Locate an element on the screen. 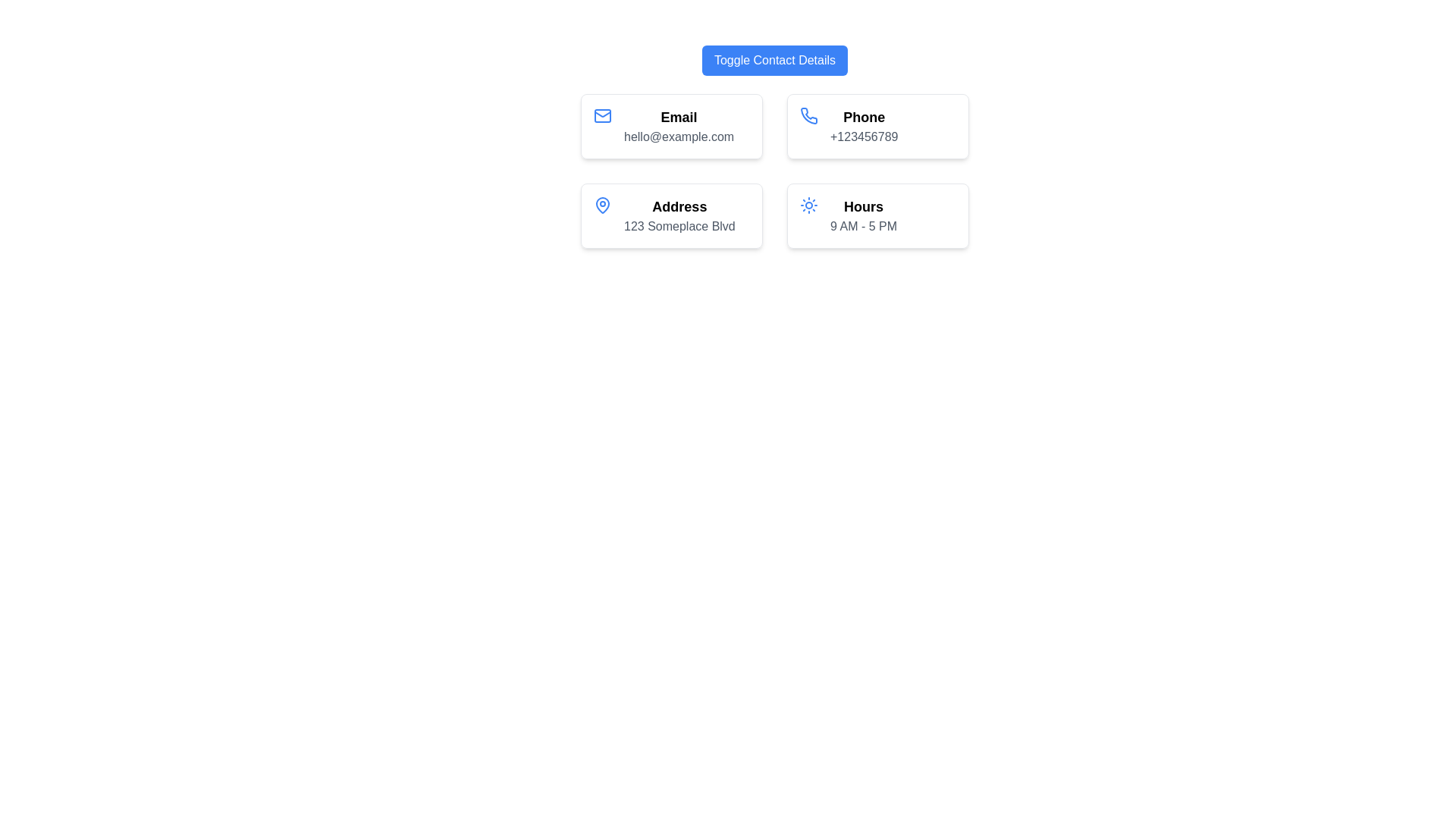 The height and width of the screenshot is (819, 1456). the text label indicating the hours of operation located at the top of the tile containing operating hours information, positioned above the text '9 AM - 5 PM' in the bottom right corner of a four-tile grid is located at coordinates (863, 207).